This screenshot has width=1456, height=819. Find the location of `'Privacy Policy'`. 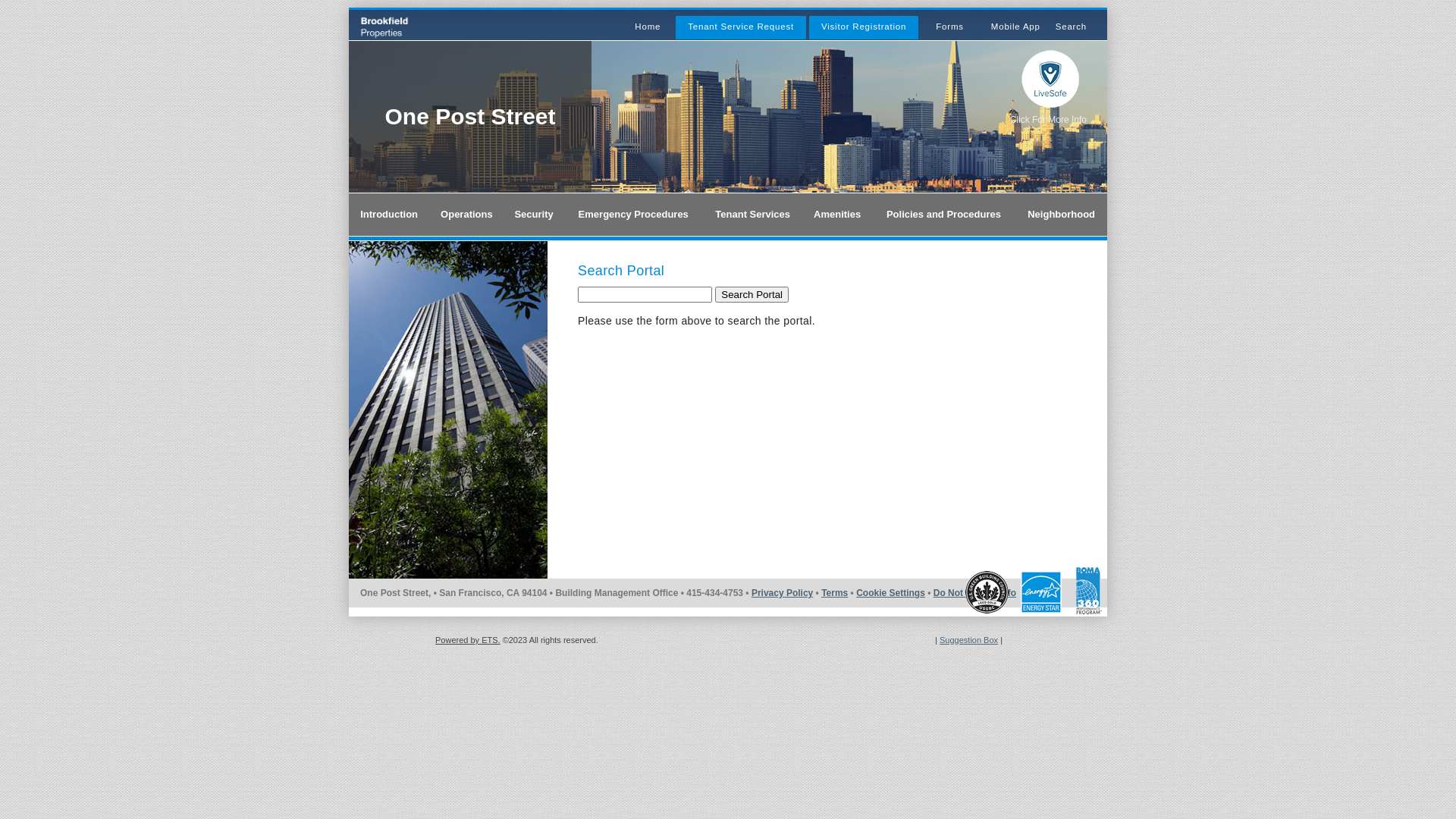

'Privacy Policy' is located at coordinates (751, 592).